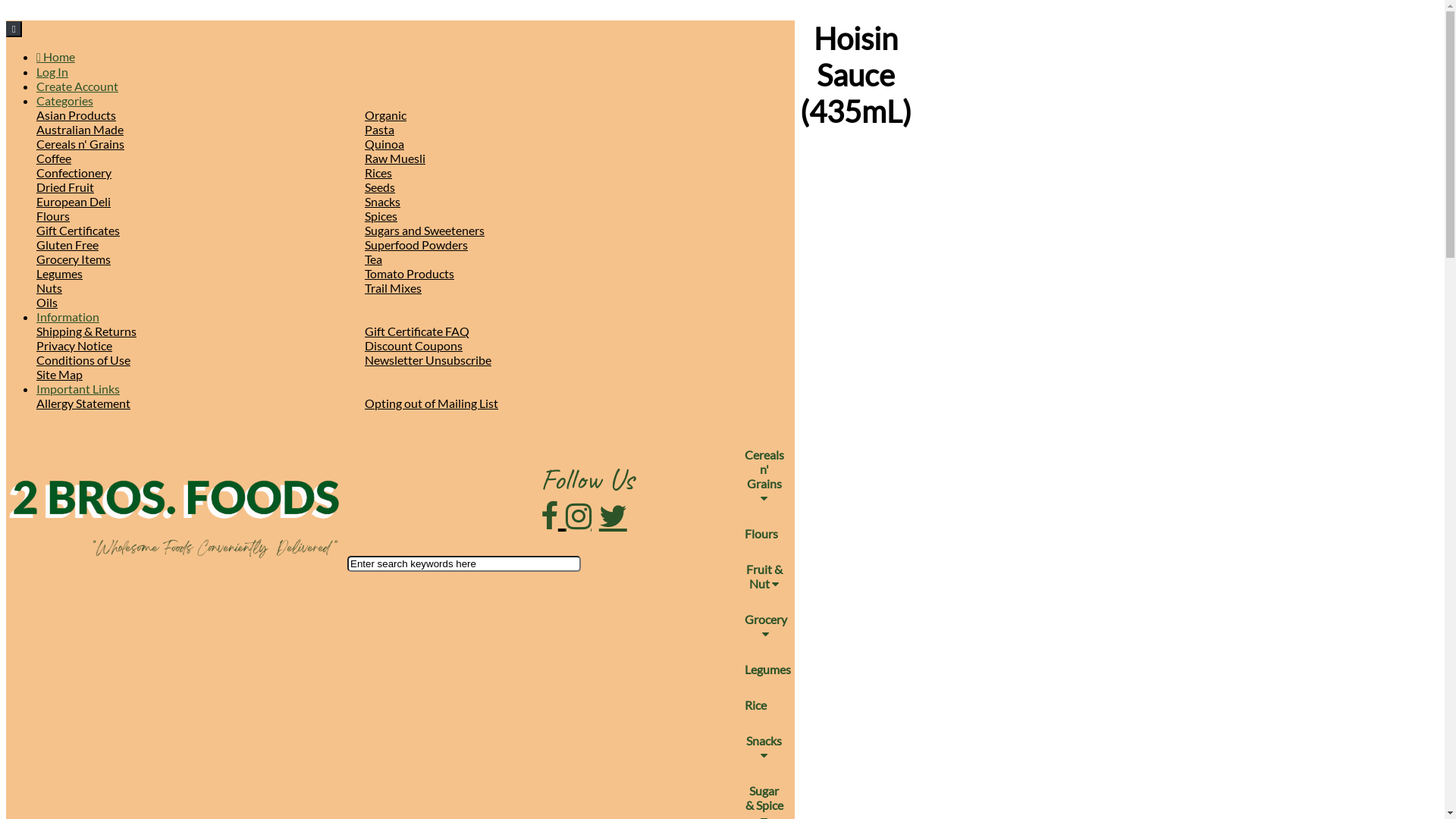 The height and width of the screenshot is (819, 1456). I want to click on 'Discount Coupons', so click(413, 345).